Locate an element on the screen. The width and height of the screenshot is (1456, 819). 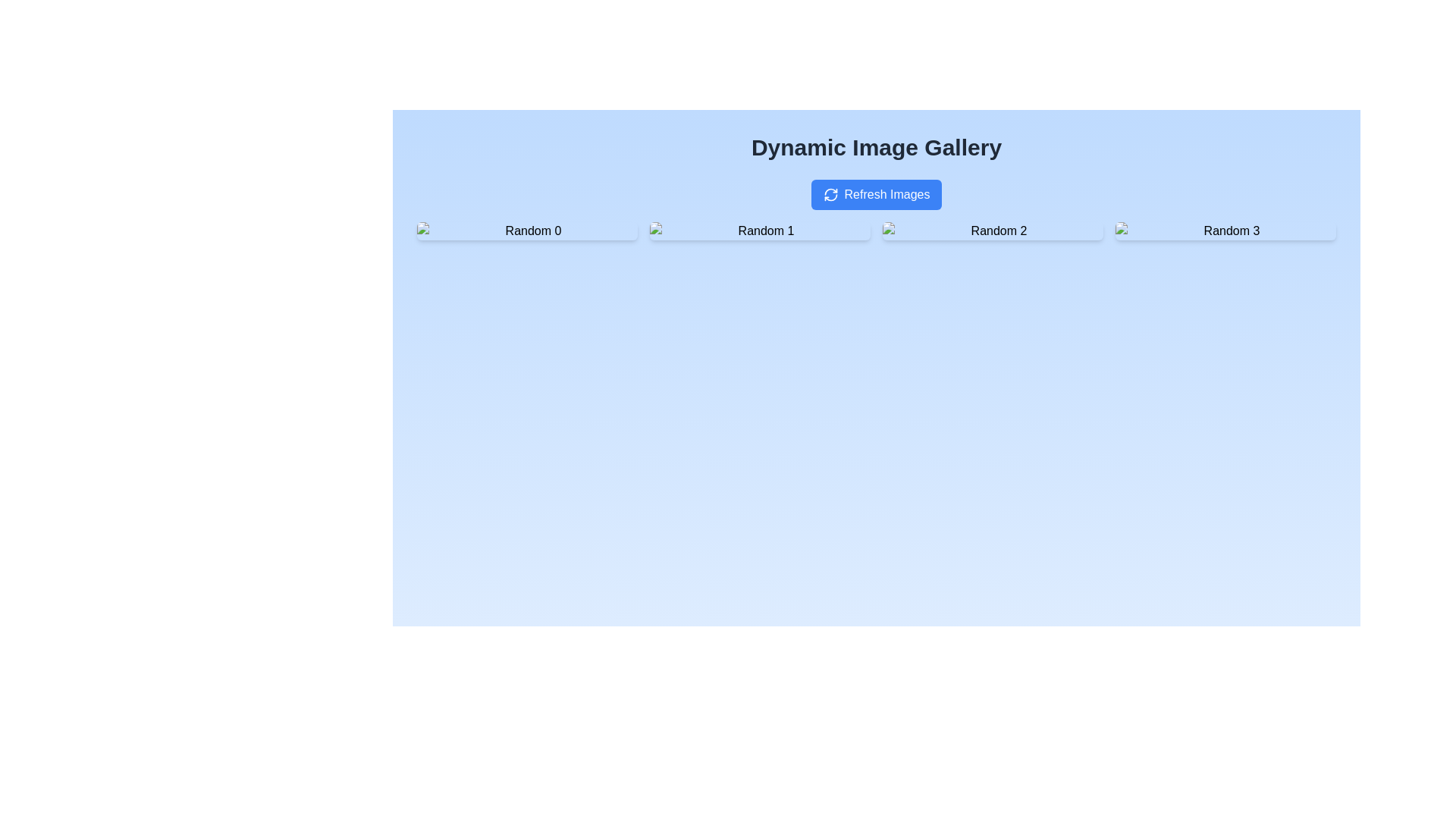
the Refresh Symbol icon located to the left of the 'Refresh Images' label is located at coordinates (830, 194).